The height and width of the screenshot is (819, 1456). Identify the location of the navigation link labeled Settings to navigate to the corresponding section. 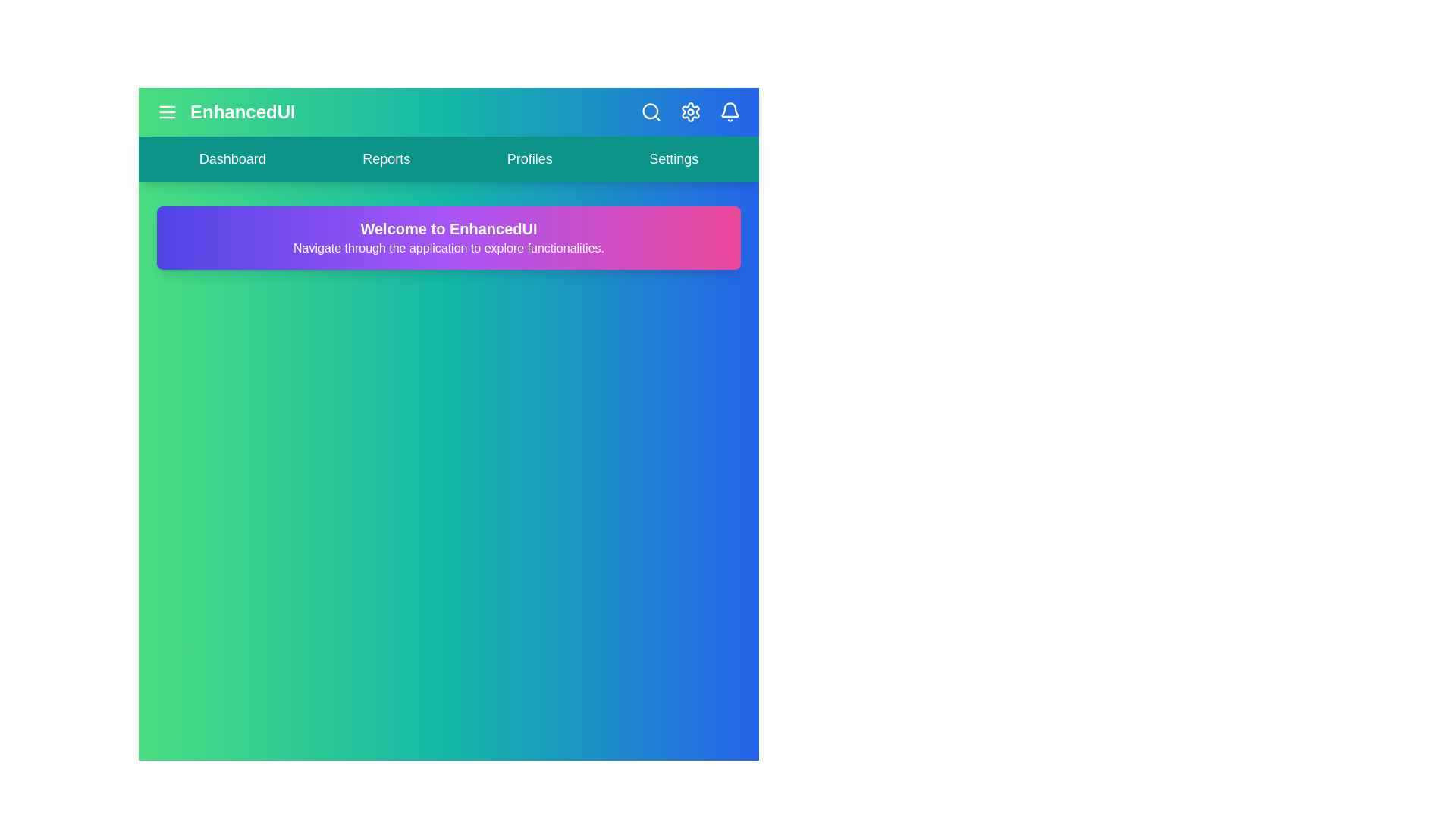
(673, 158).